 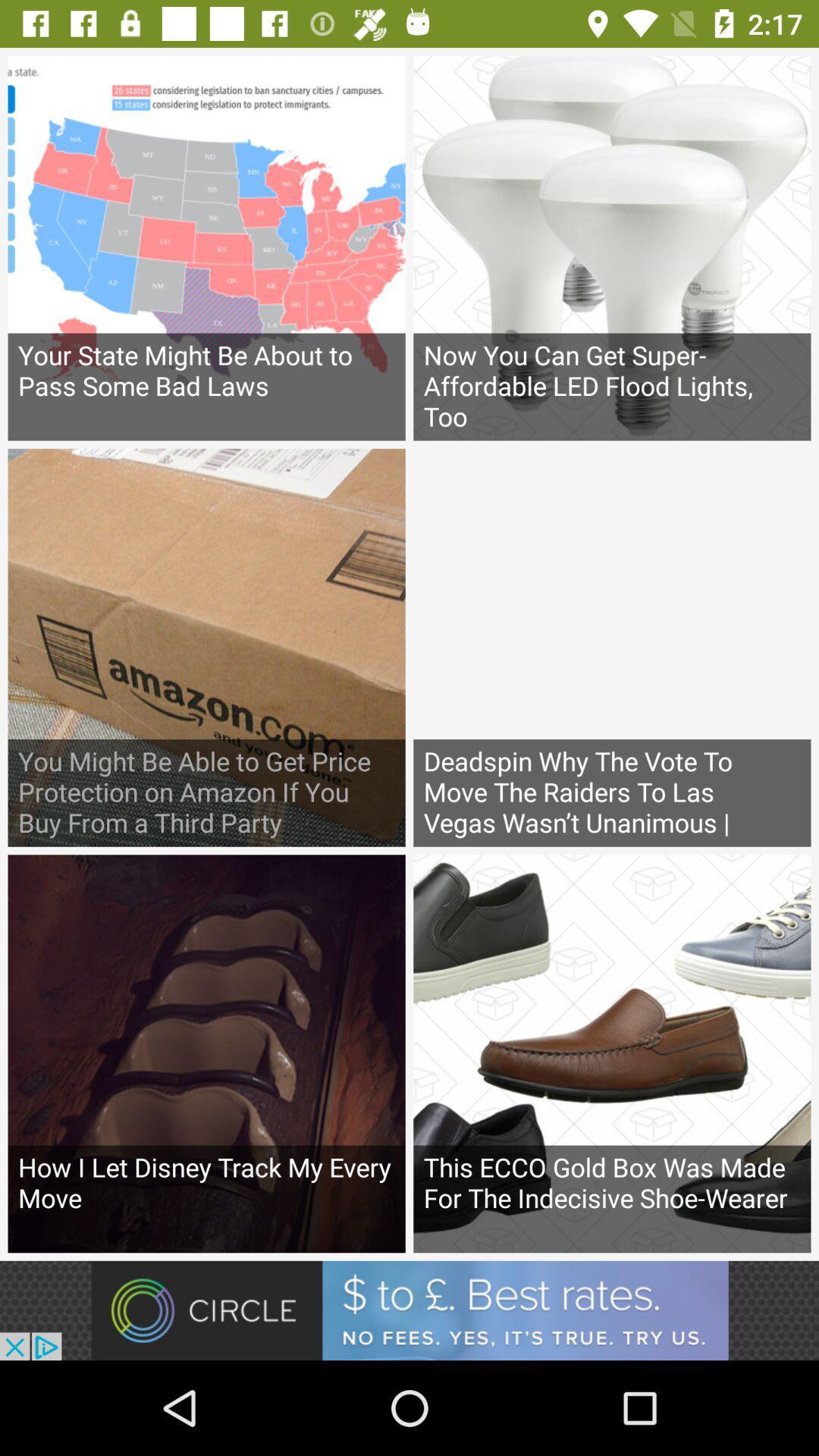 I want to click on the second image which has bulbs, so click(x=611, y=243).